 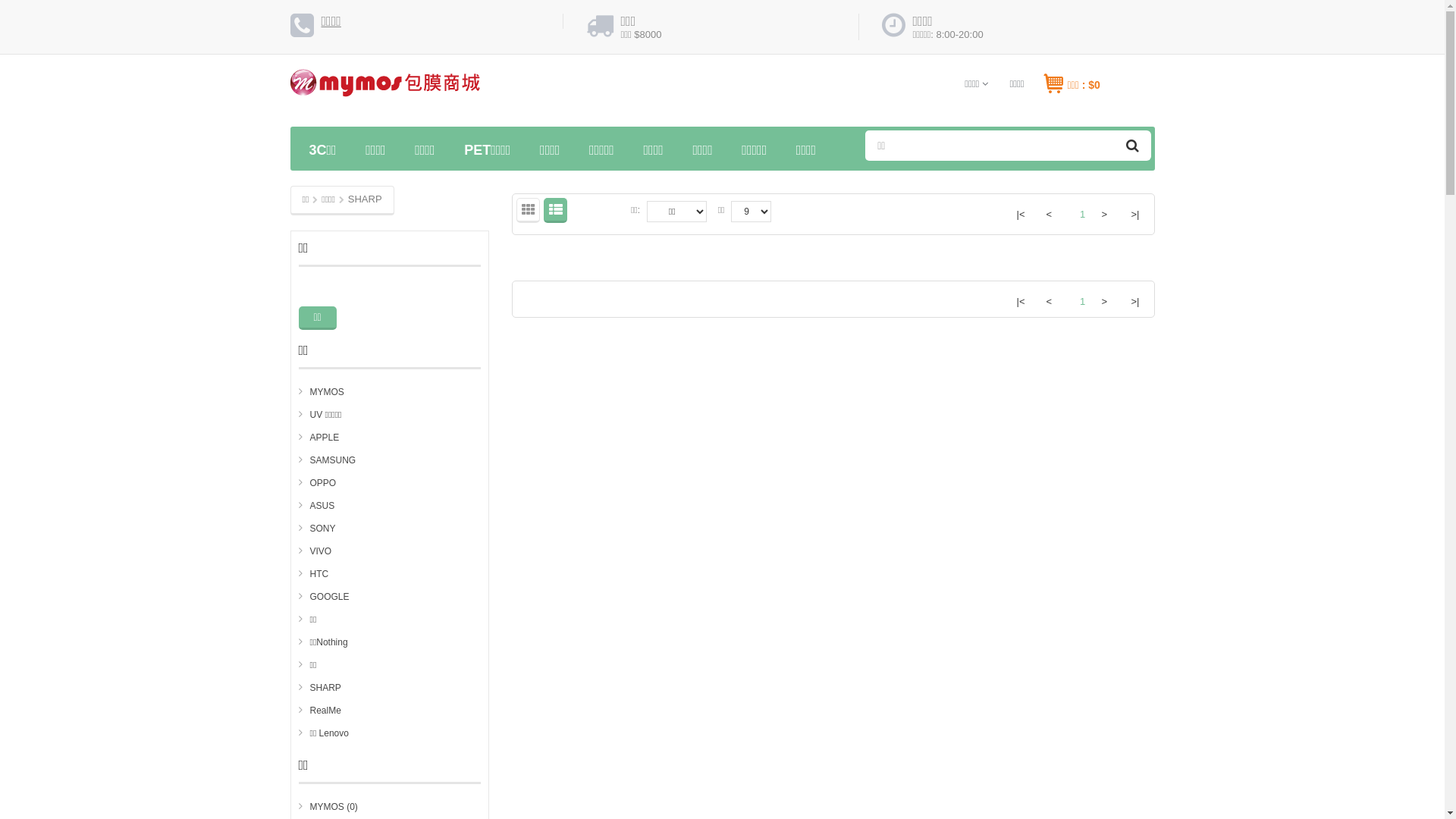 What do you see at coordinates (298, 595) in the screenshot?
I see `'GOOGLE'` at bounding box center [298, 595].